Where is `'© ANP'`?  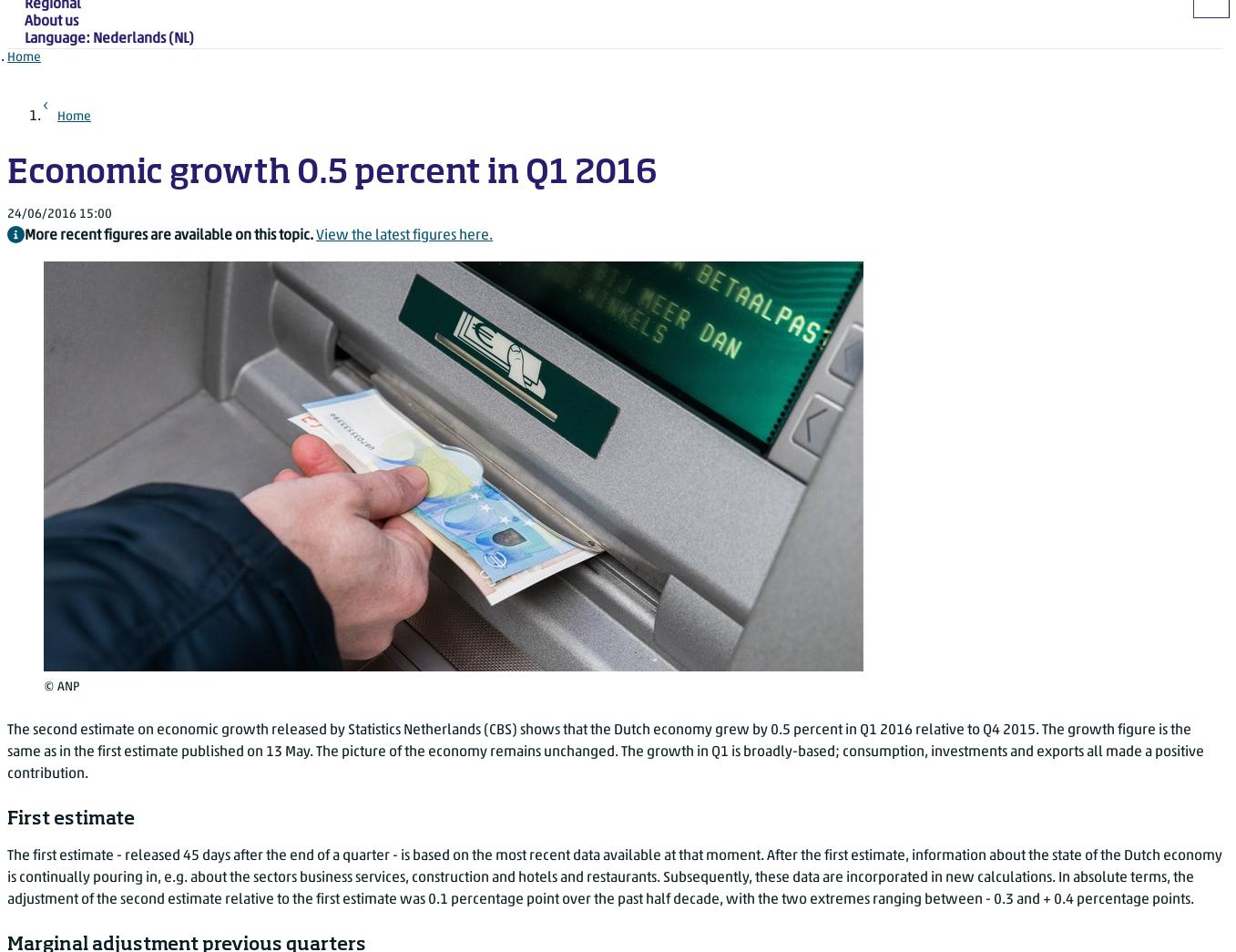 '© ANP' is located at coordinates (61, 685).